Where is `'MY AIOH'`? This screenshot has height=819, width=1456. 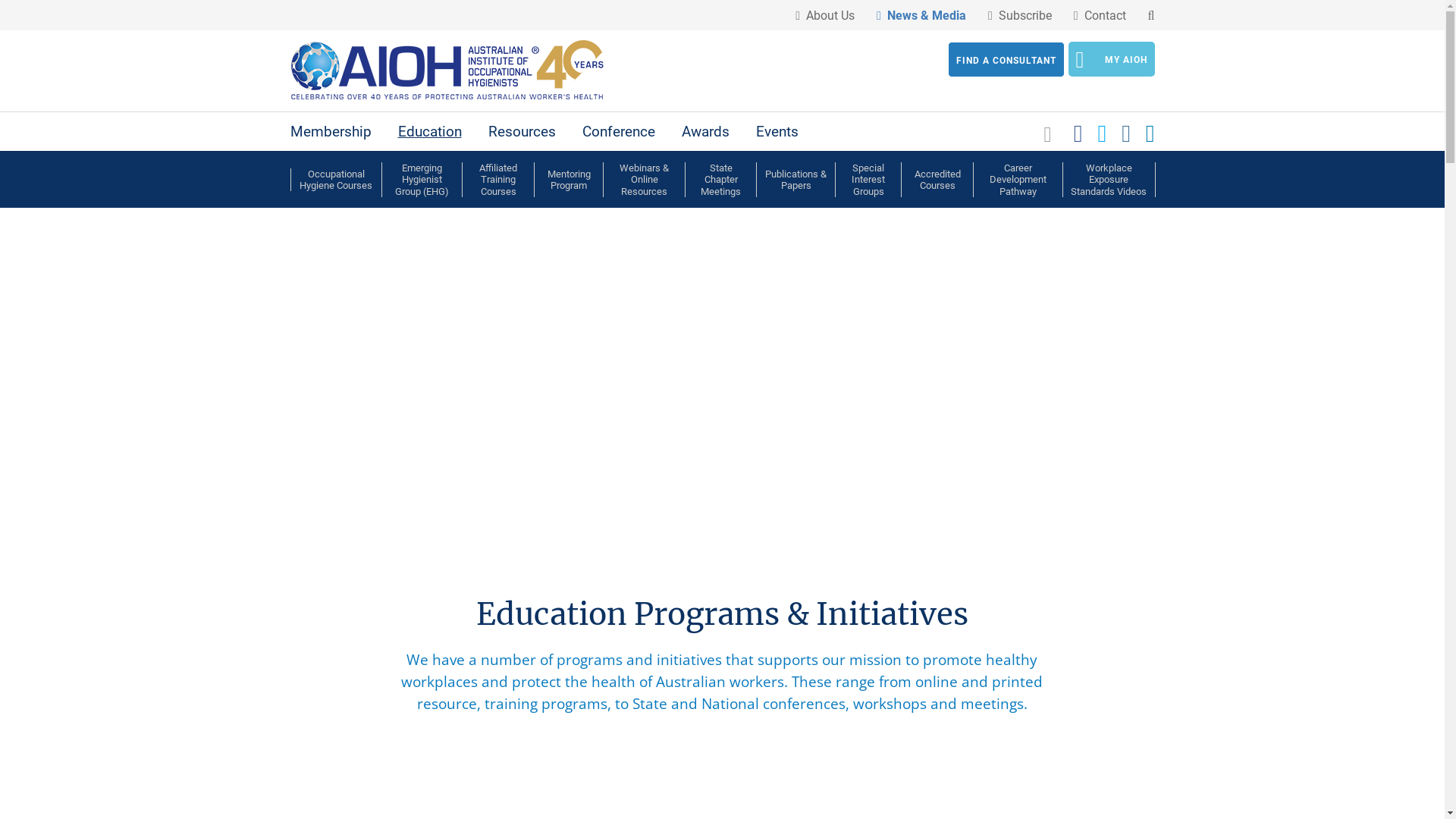 'MY AIOH' is located at coordinates (1110, 58).